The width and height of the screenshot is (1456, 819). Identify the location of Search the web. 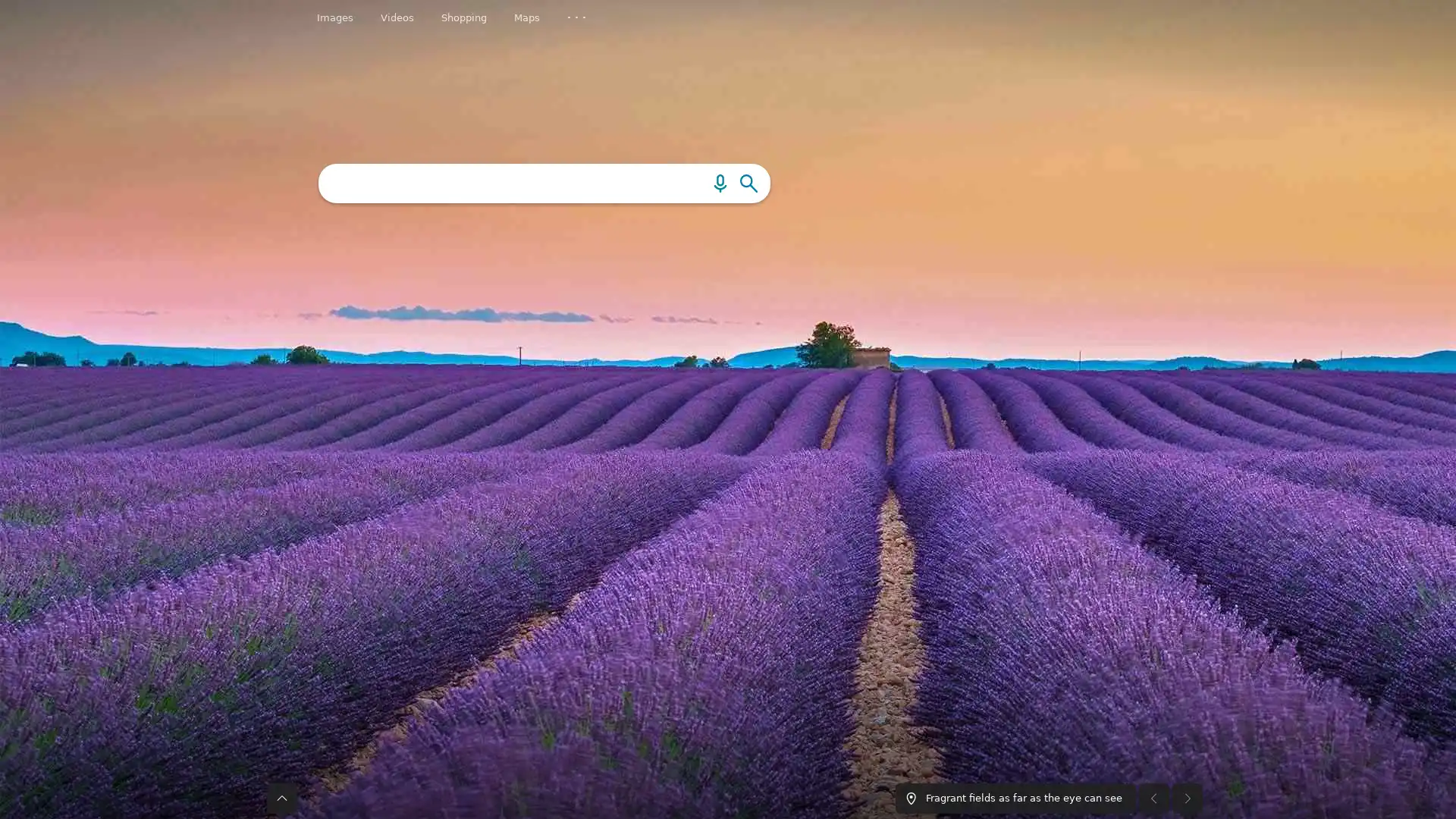
(748, 182).